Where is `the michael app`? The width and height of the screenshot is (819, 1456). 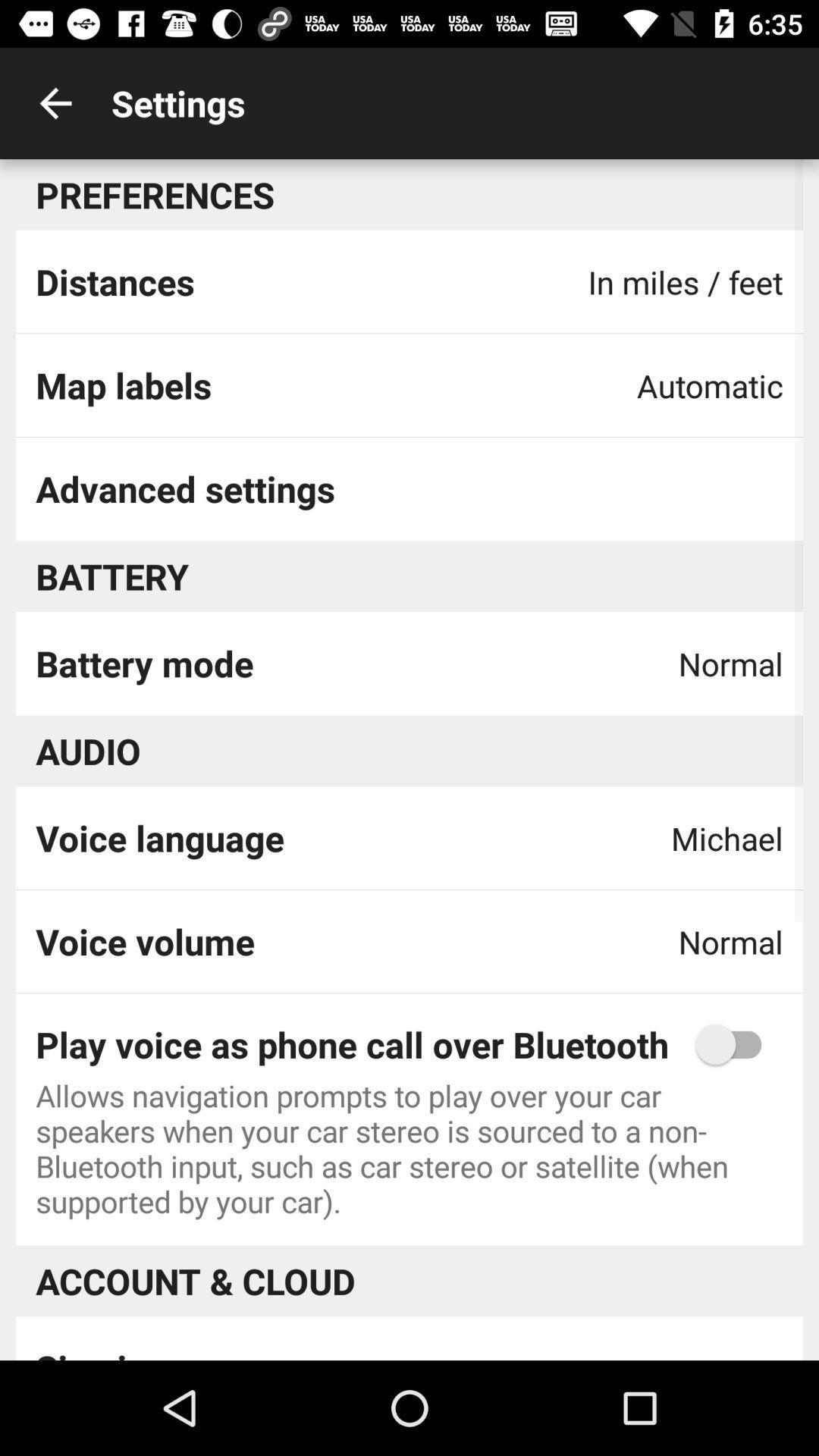
the michael app is located at coordinates (726, 837).